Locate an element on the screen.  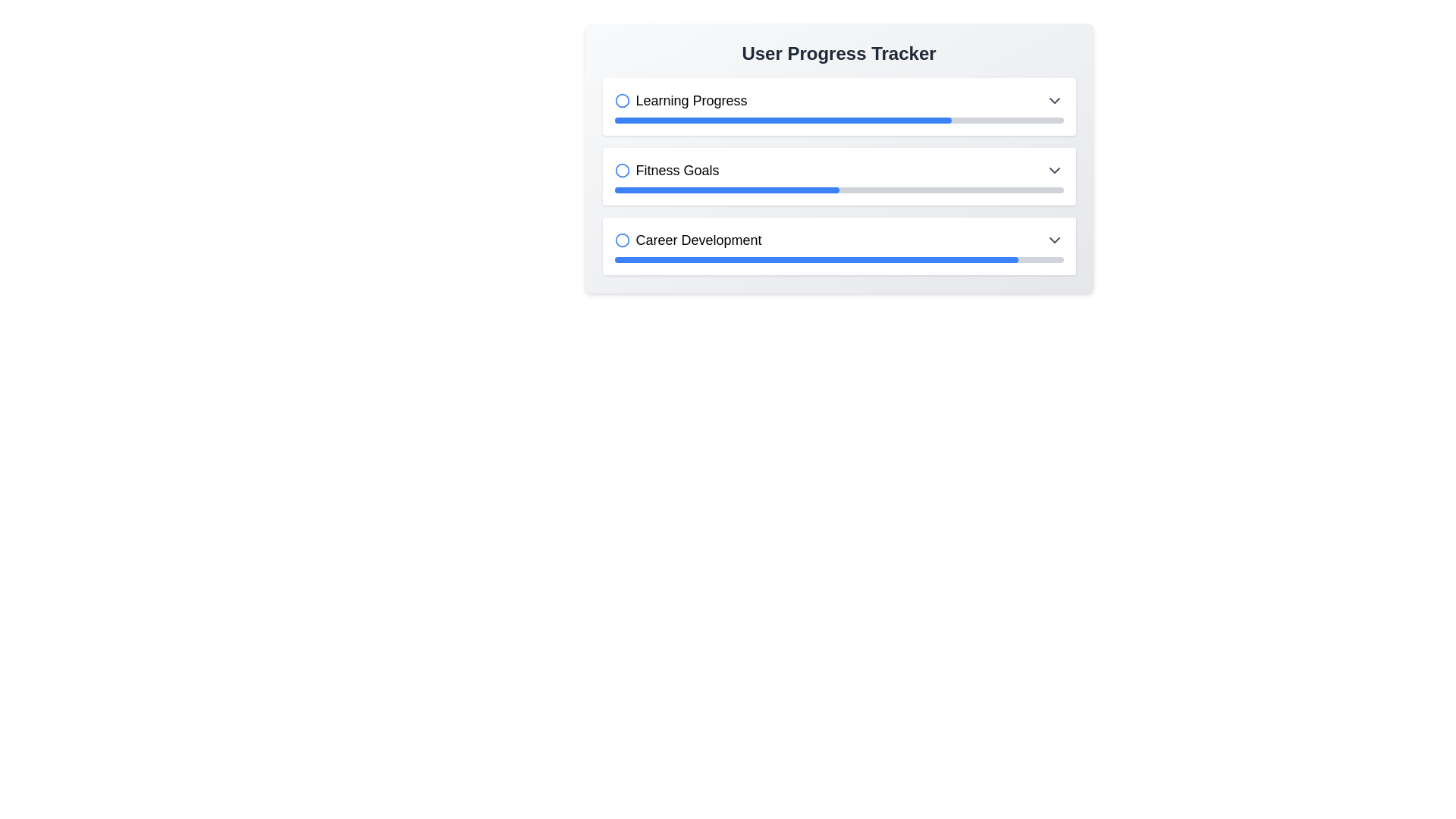
the progress bar representing 'Fitness Goals' which visually indicates percentage completion with a filled blue section is located at coordinates (838, 189).